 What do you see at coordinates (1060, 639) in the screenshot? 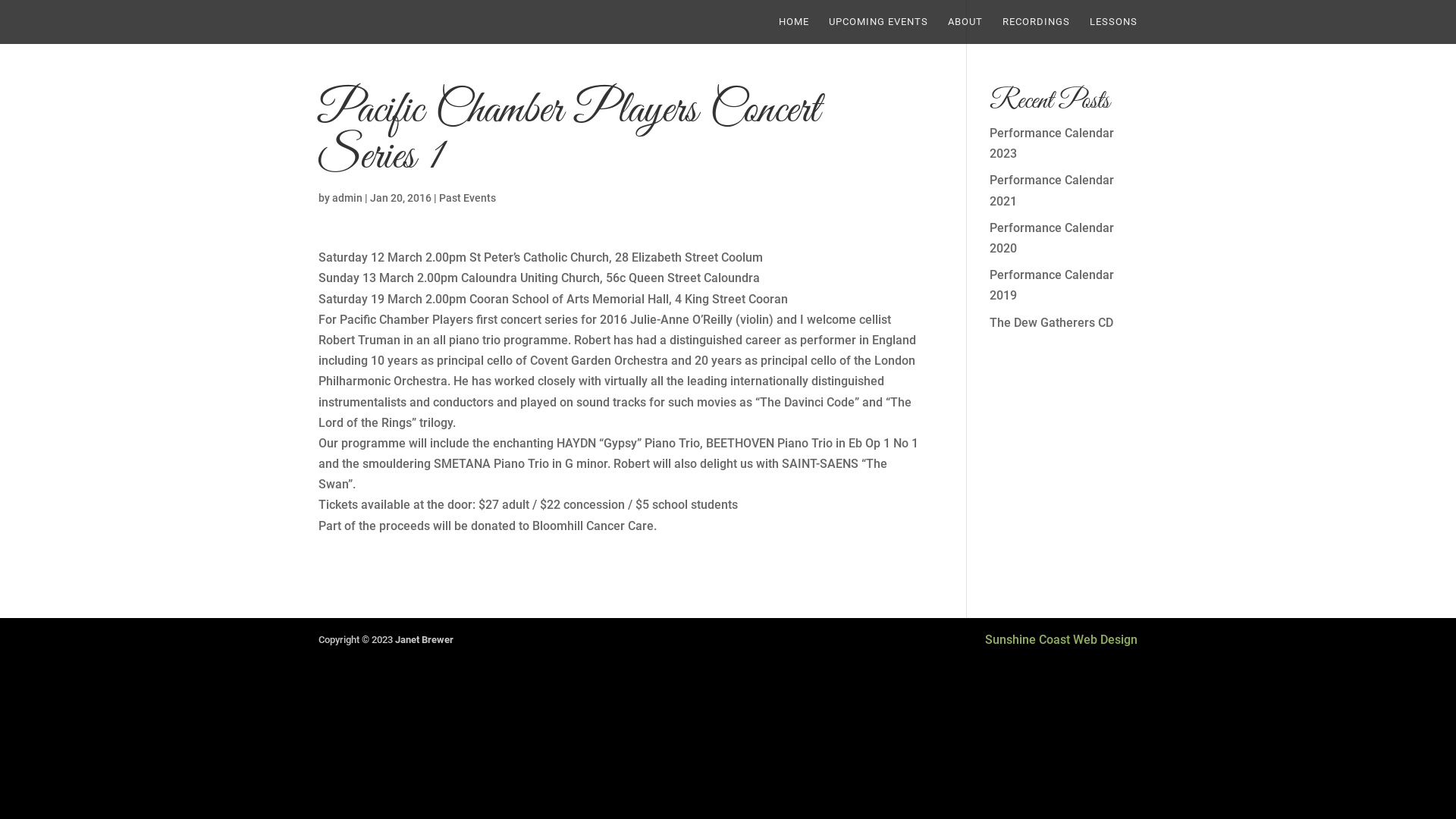
I see `'Sunshine Coast Web Design'` at bounding box center [1060, 639].